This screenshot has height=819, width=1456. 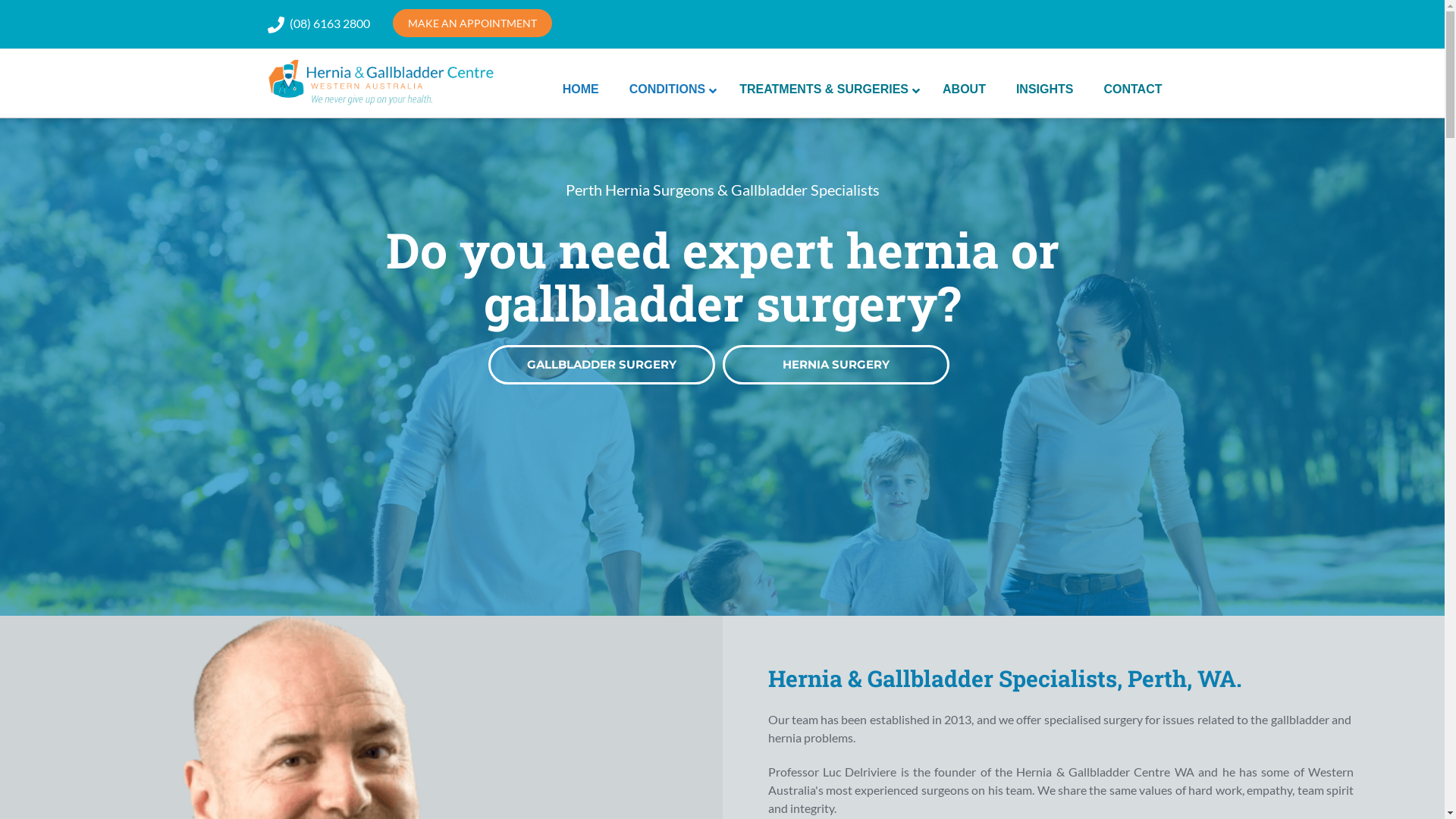 I want to click on 'HOME', so click(x=546, y=89).